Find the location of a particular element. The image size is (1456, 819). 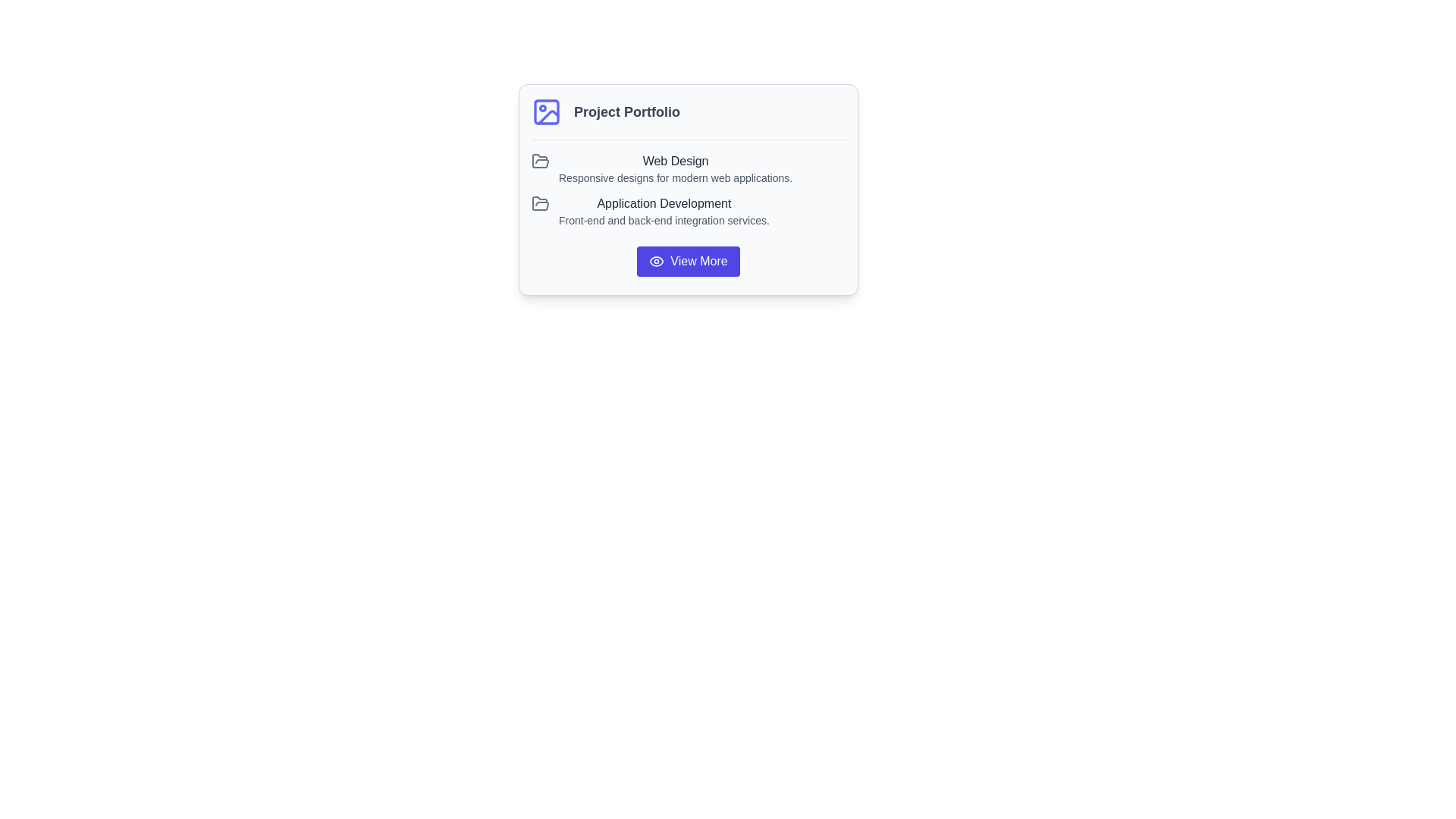

the button located at the bottom of the 'Project Portfolio' card is located at coordinates (687, 260).